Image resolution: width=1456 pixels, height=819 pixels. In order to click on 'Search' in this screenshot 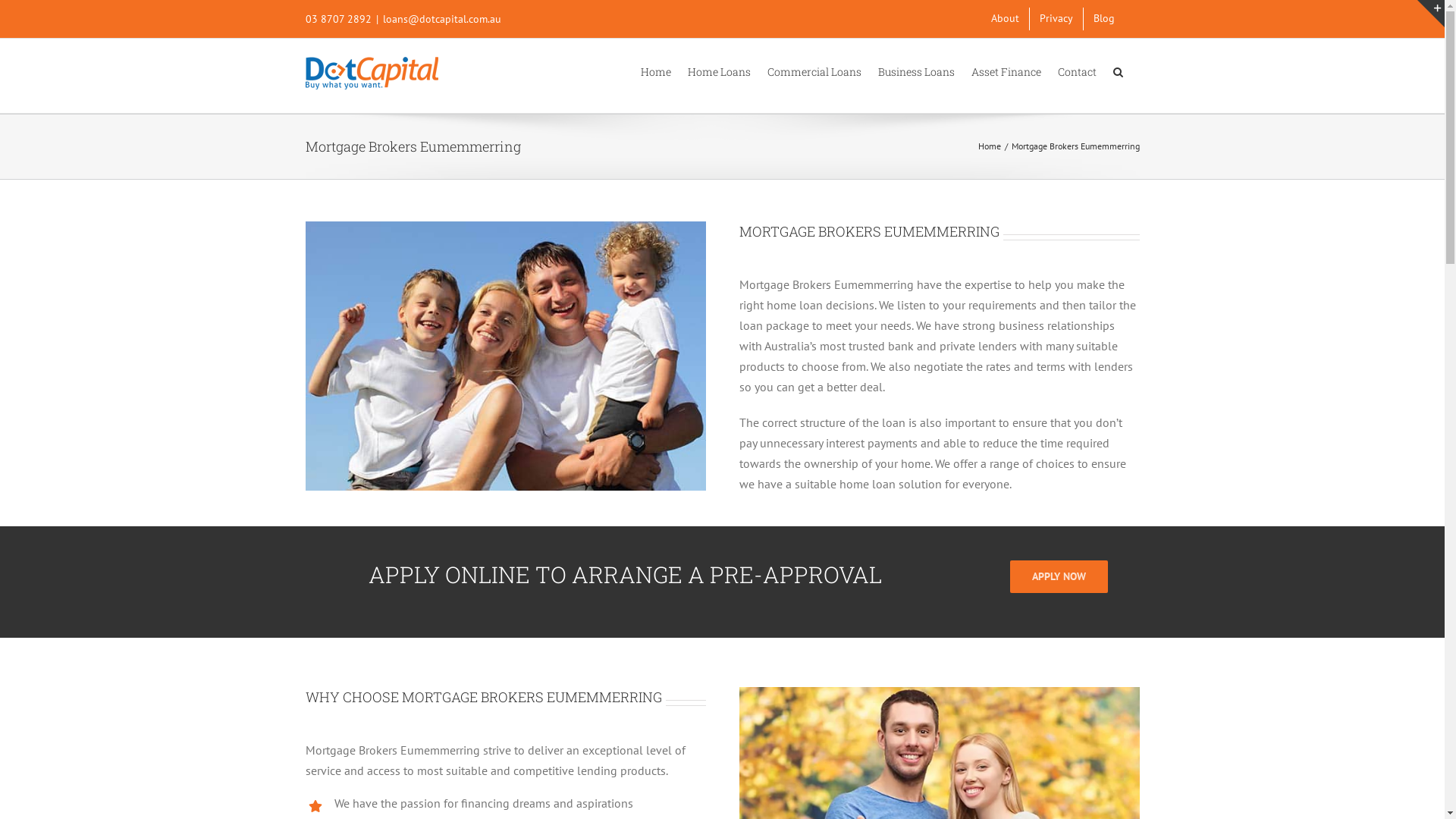, I will do `click(1118, 70)`.